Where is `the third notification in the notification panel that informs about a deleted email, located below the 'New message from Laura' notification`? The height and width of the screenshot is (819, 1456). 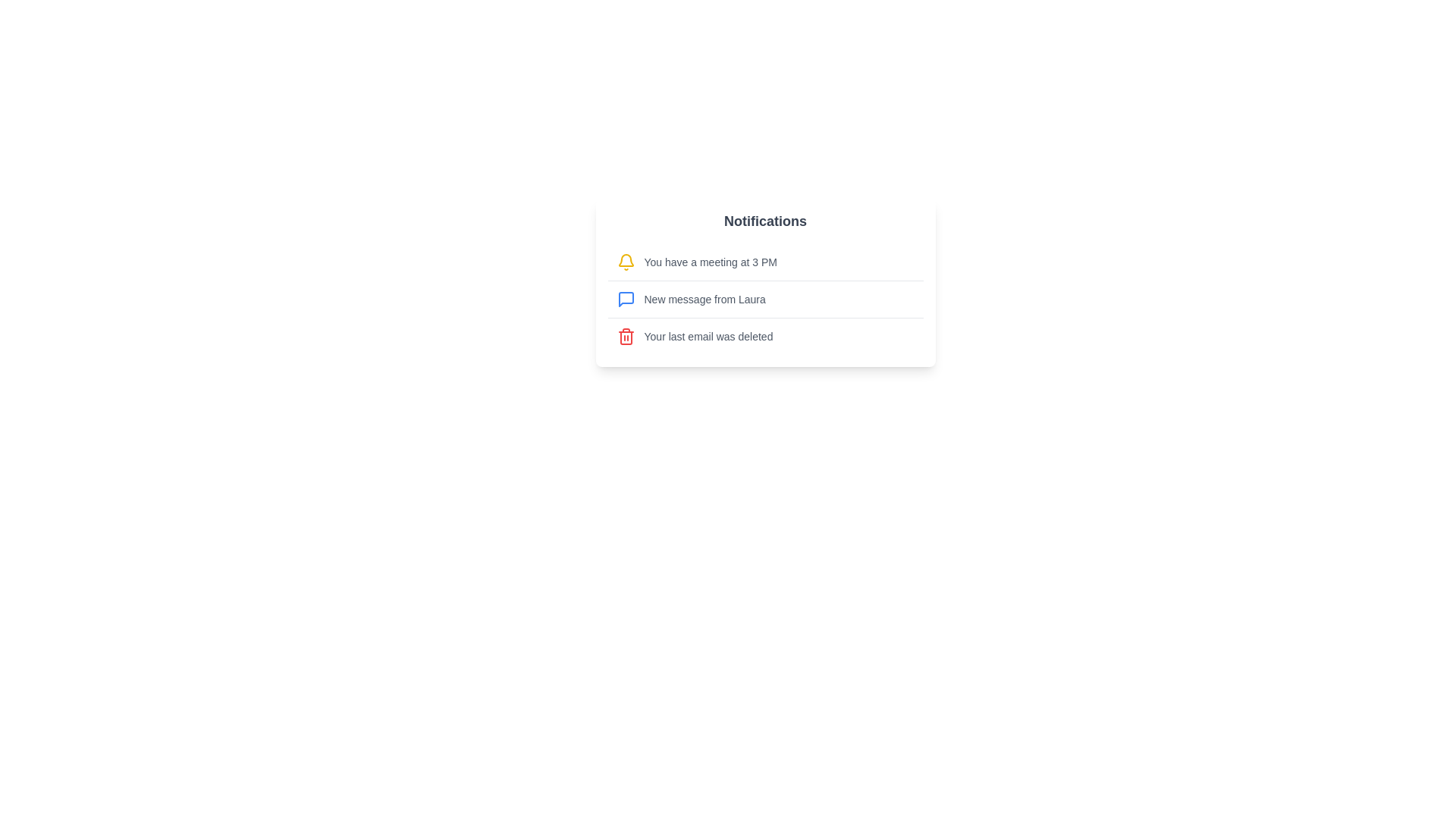
the third notification in the notification panel that informs about a deleted email, located below the 'New message from Laura' notification is located at coordinates (765, 335).